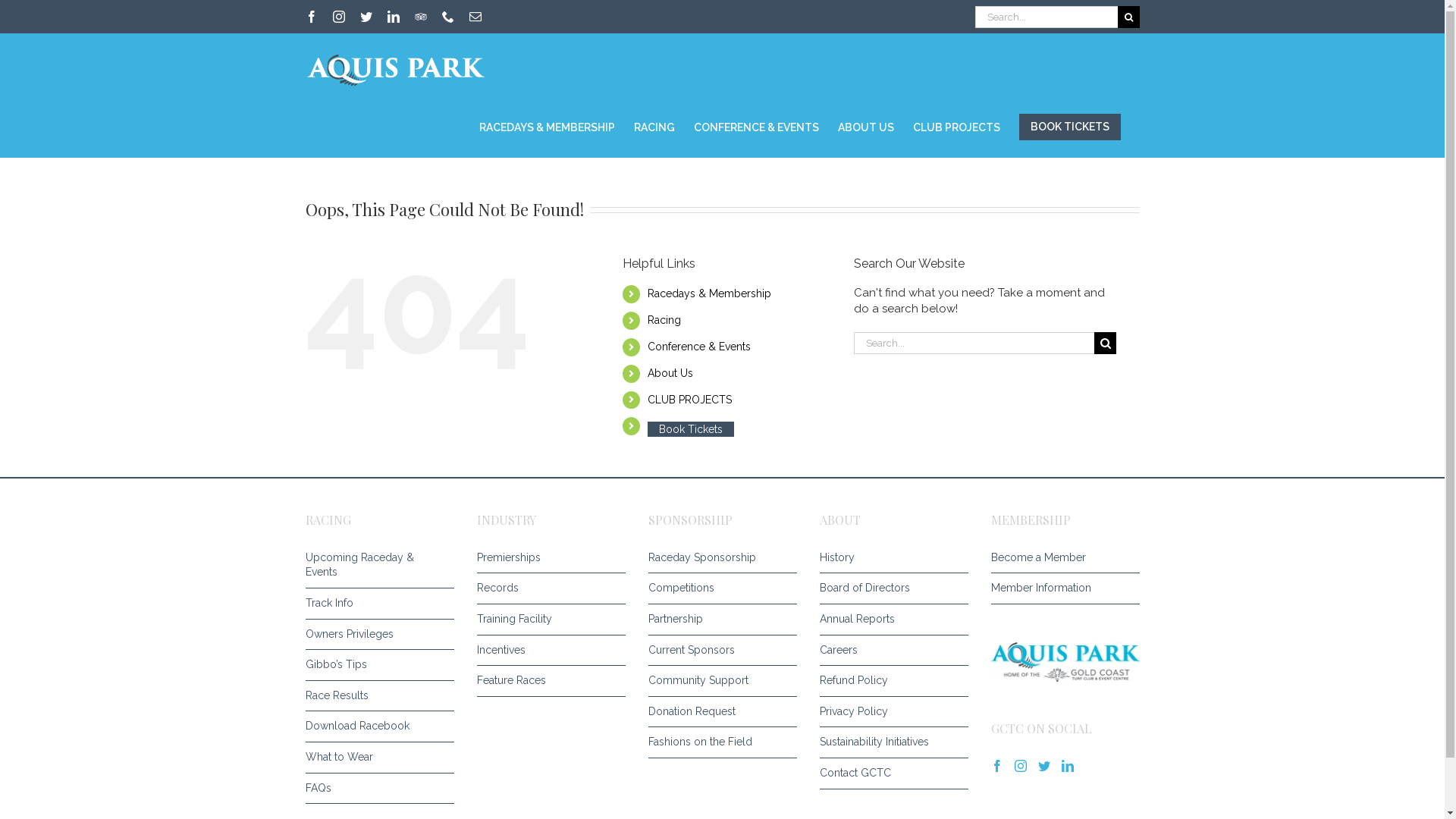 The height and width of the screenshot is (819, 1456). Describe the element at coordinates (818, 649) in the screenshot. I see `'Careers'` at that location.